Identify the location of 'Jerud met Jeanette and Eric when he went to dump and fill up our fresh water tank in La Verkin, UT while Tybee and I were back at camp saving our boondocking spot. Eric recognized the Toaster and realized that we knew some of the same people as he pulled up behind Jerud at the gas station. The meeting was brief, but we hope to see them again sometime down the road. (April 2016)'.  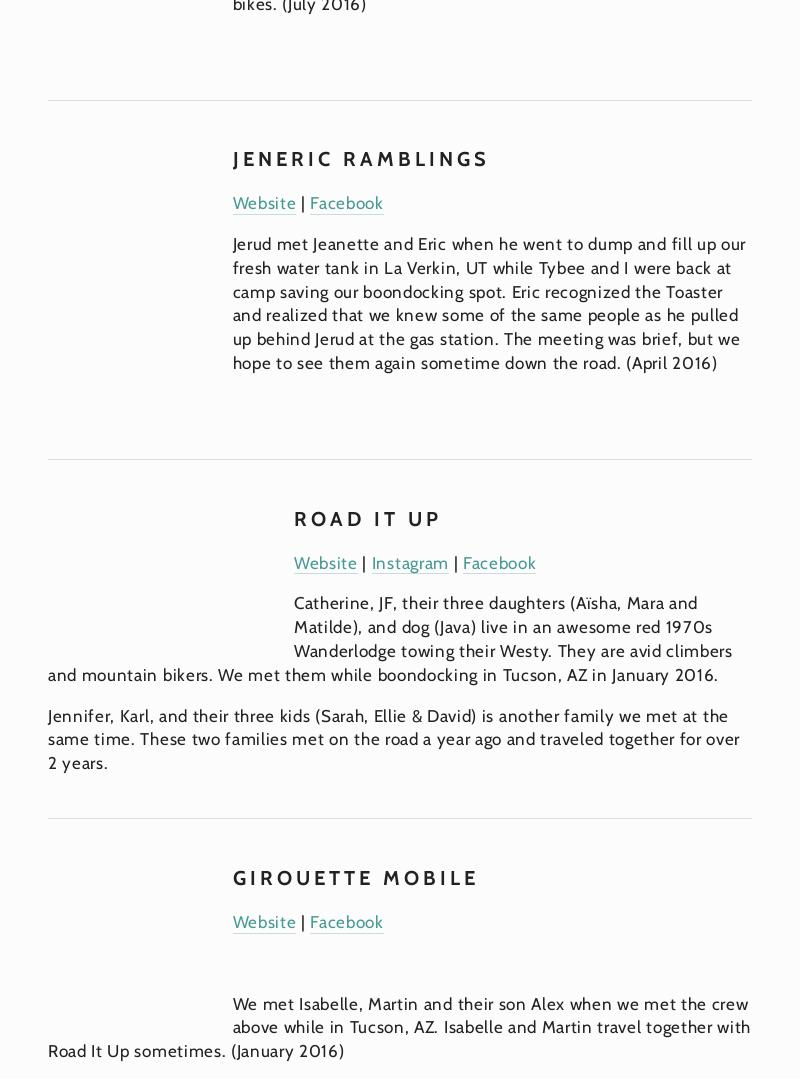
(491, 301).